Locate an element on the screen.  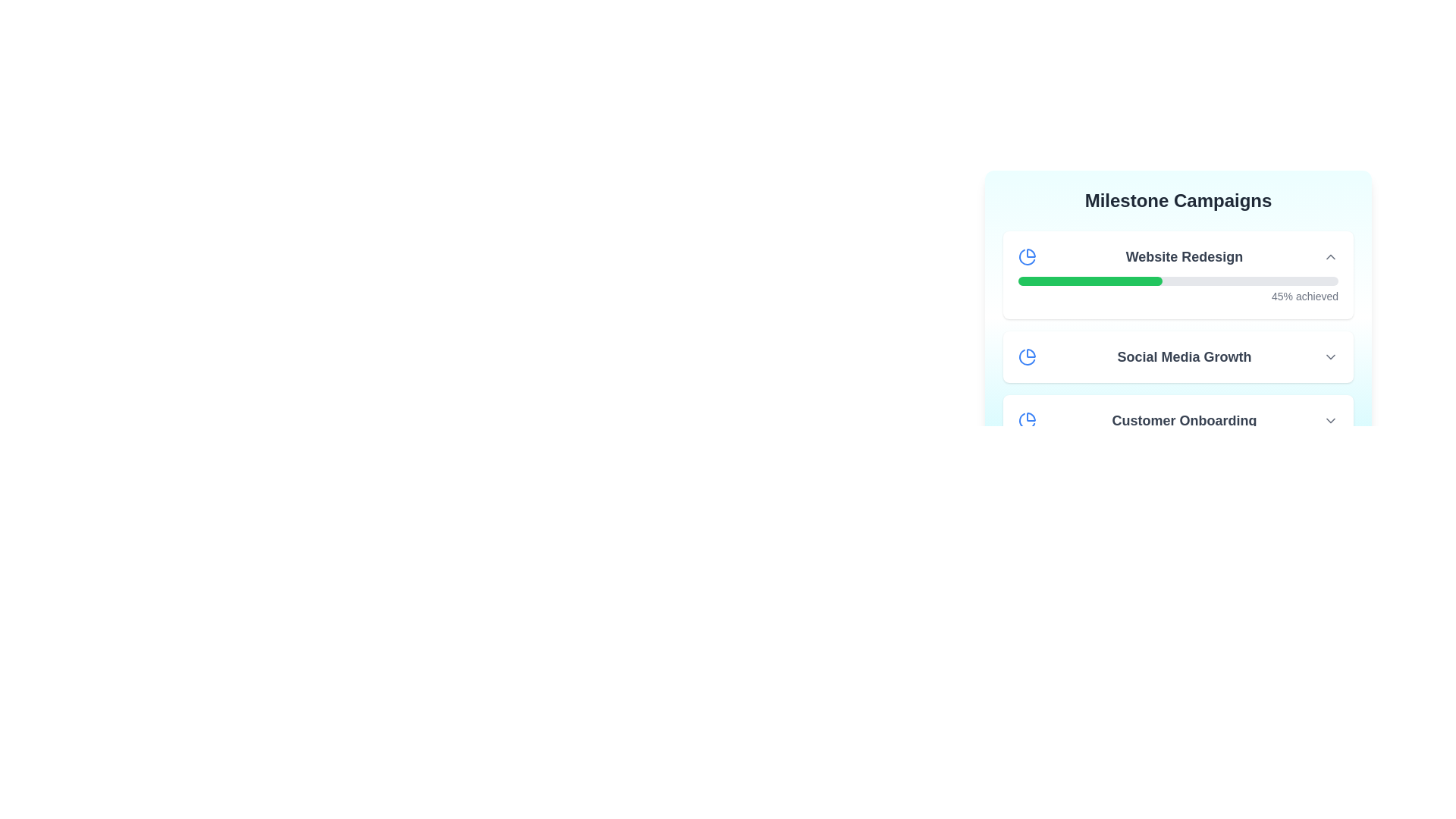
the icon button located to the right of the progress bar in the 'Website Redesign' section to facilitate interaction for collapsing or contracting its detailed view is located at coordinates (1330, 256).